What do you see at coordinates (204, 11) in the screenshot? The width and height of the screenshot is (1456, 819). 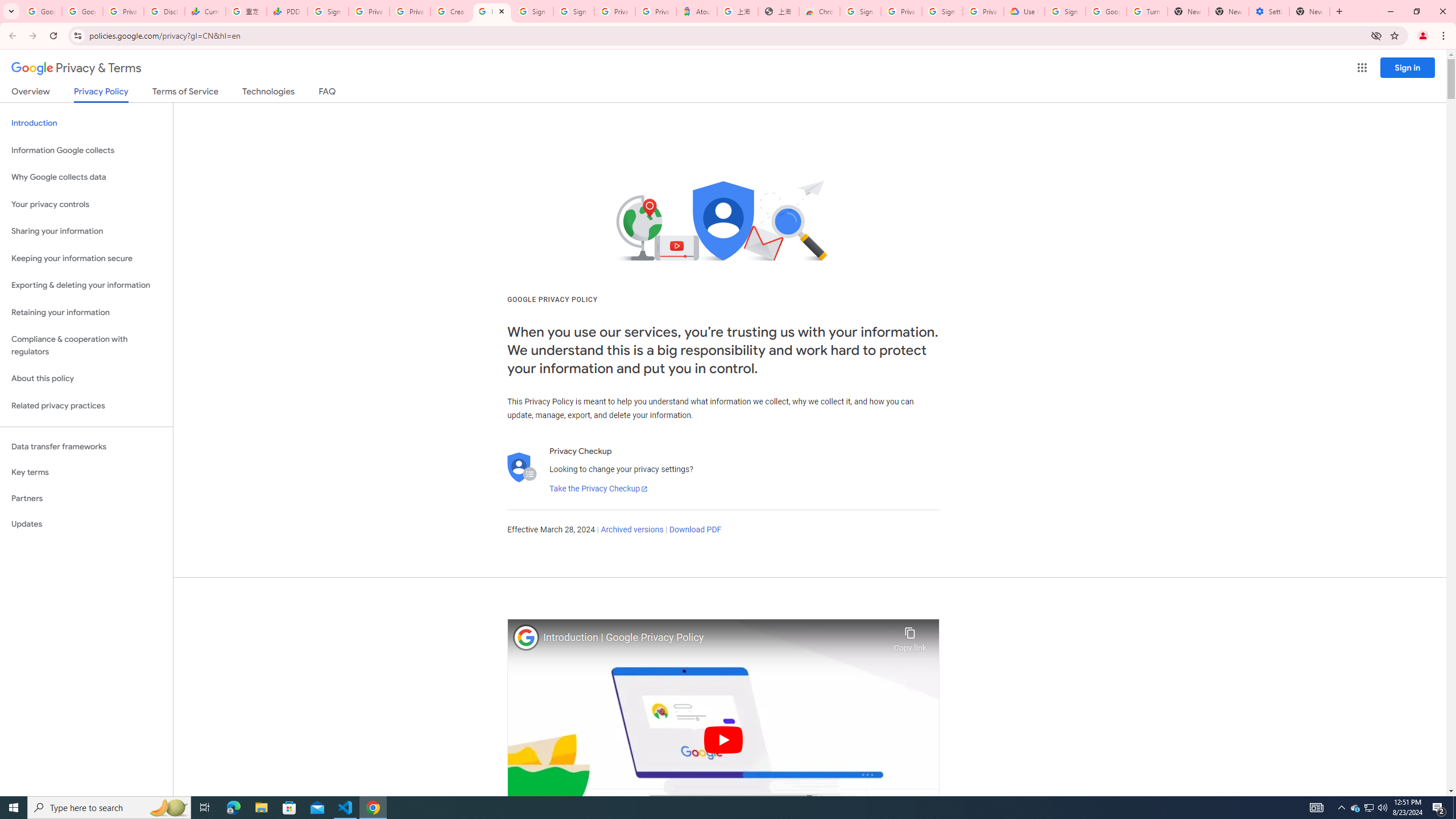 I see `'Currencies - Google Finance'` at bounding box center [204, 11].